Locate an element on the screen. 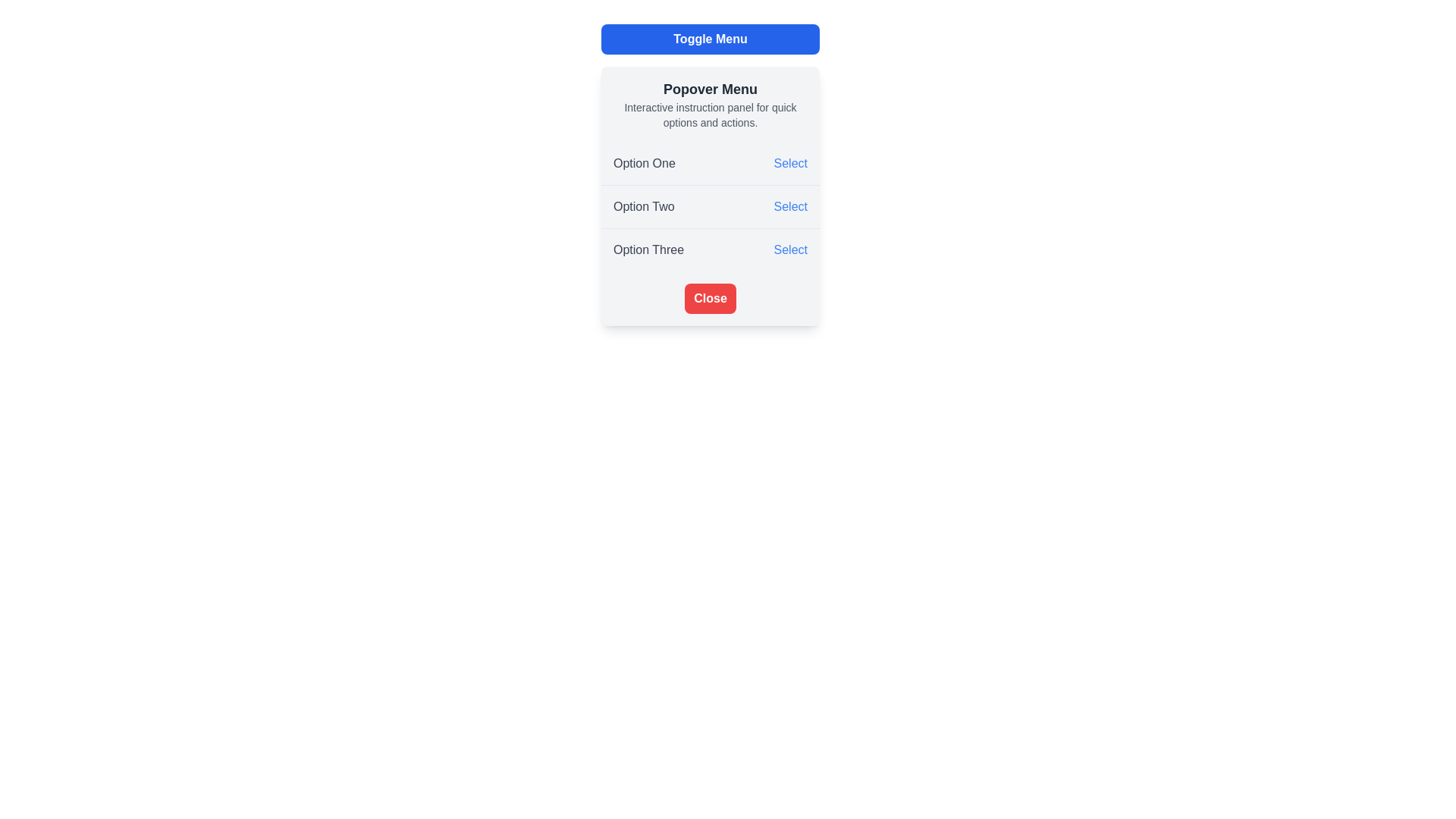  the 'Select' button in the Popover Menu, which is aligned to the right of 'Option Two' in the second row of the menu is located at coordinates (789, 207).